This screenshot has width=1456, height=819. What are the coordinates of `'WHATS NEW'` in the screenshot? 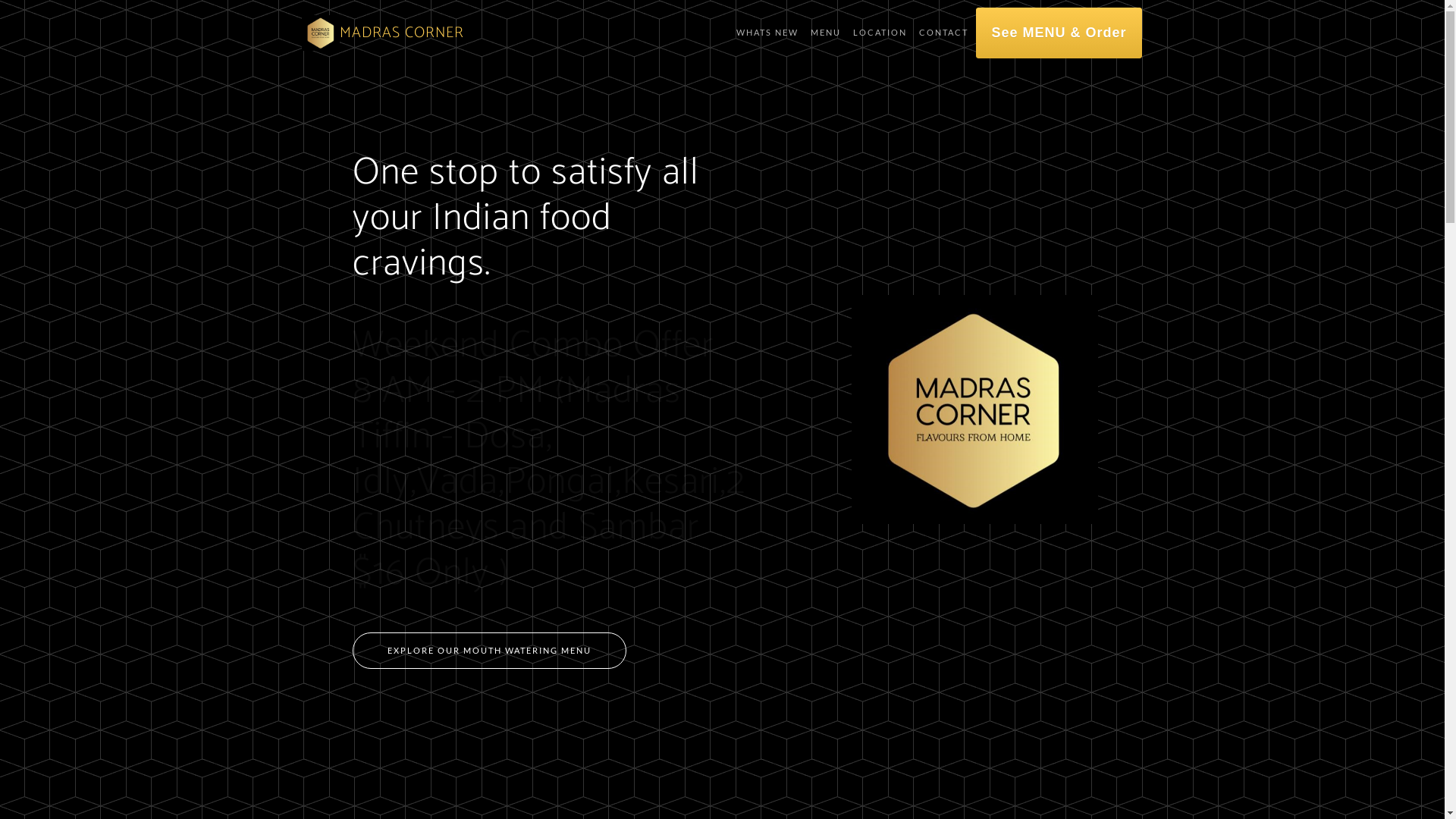 It's located at (767, 33).